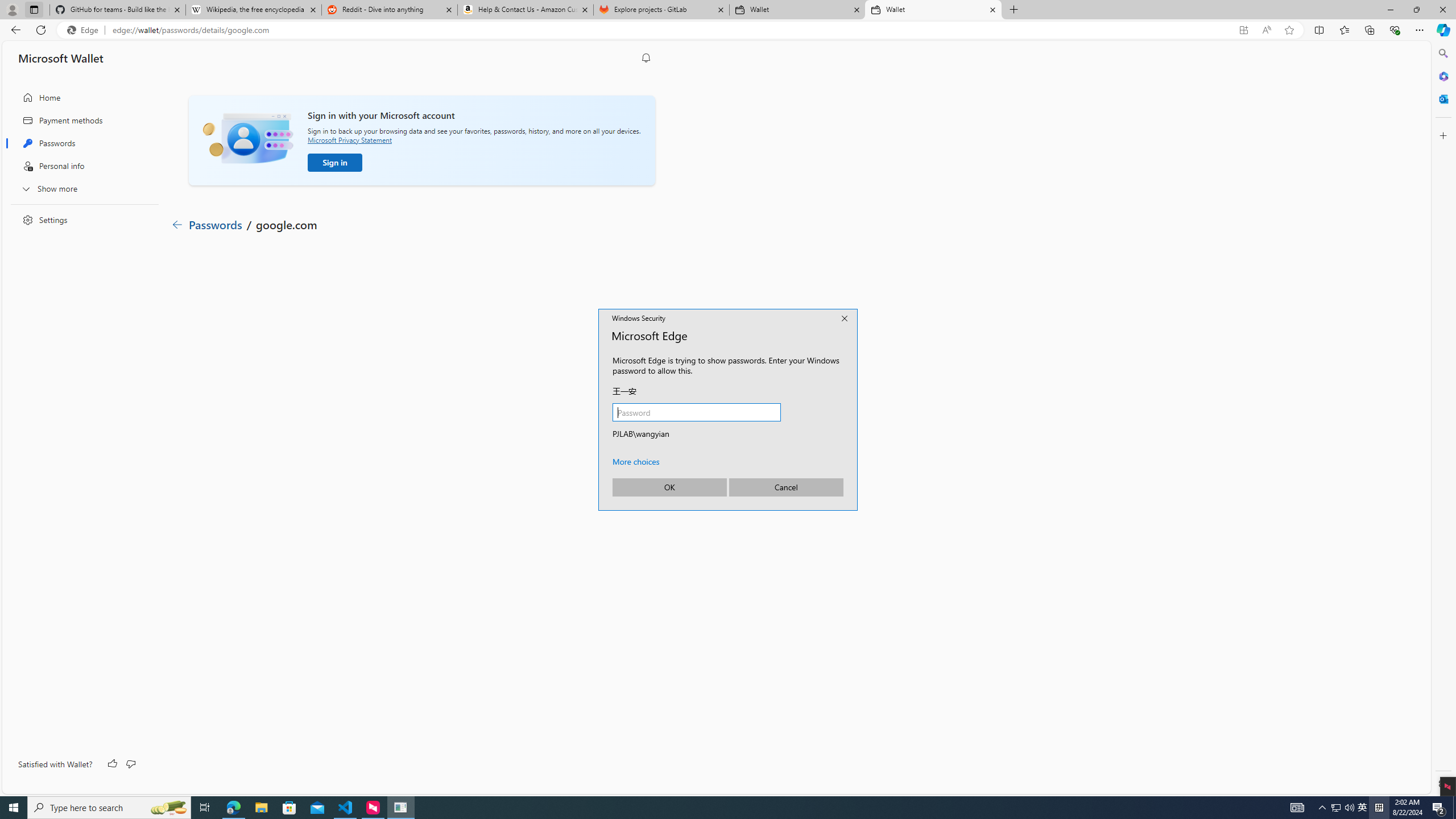  Describe the element at coordinates (81, 166) in the screenshot. I see `'Personal info'` at that location.